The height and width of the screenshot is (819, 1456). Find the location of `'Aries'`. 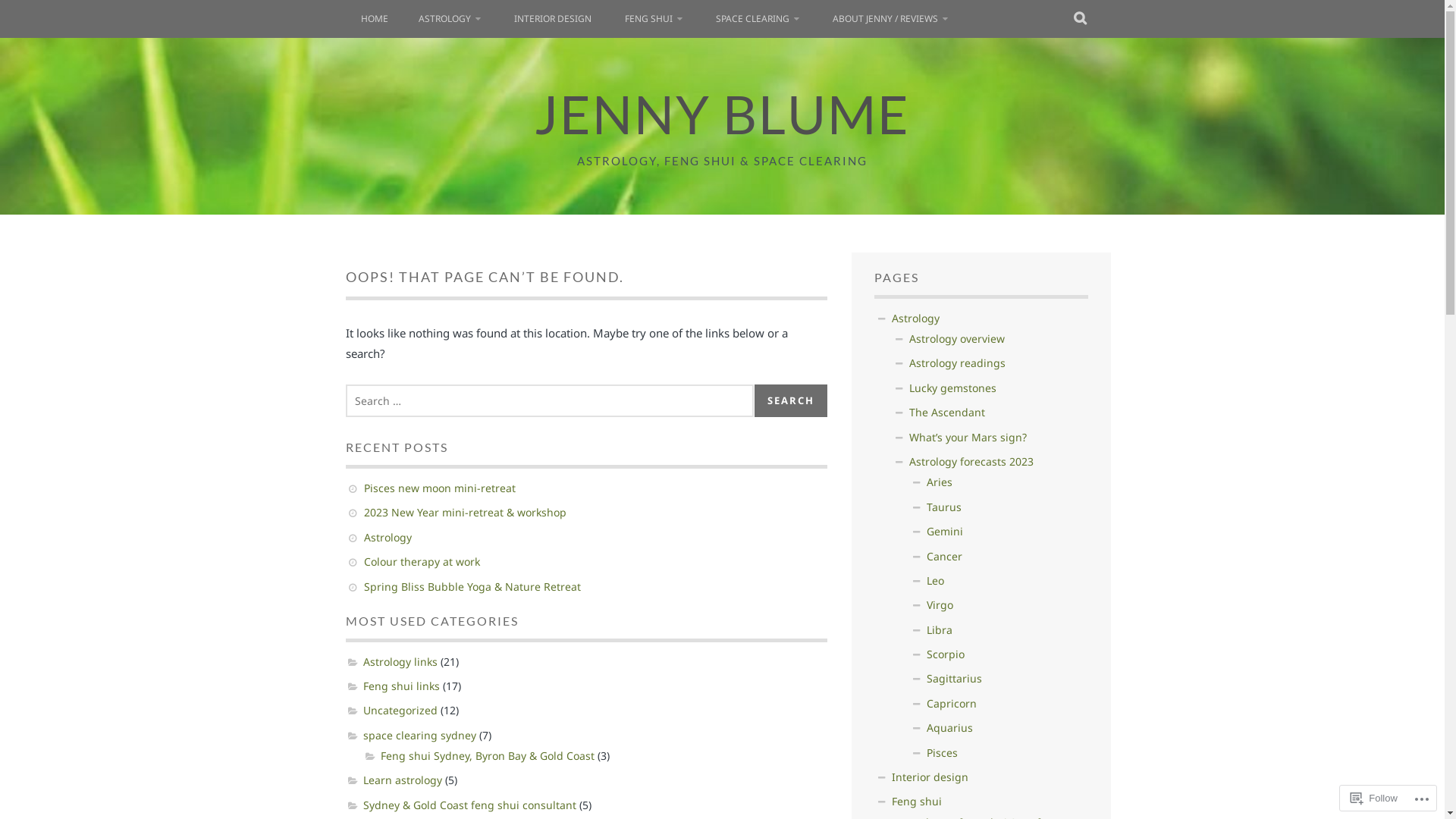

'Aries' is located at coordinates (938, 482).